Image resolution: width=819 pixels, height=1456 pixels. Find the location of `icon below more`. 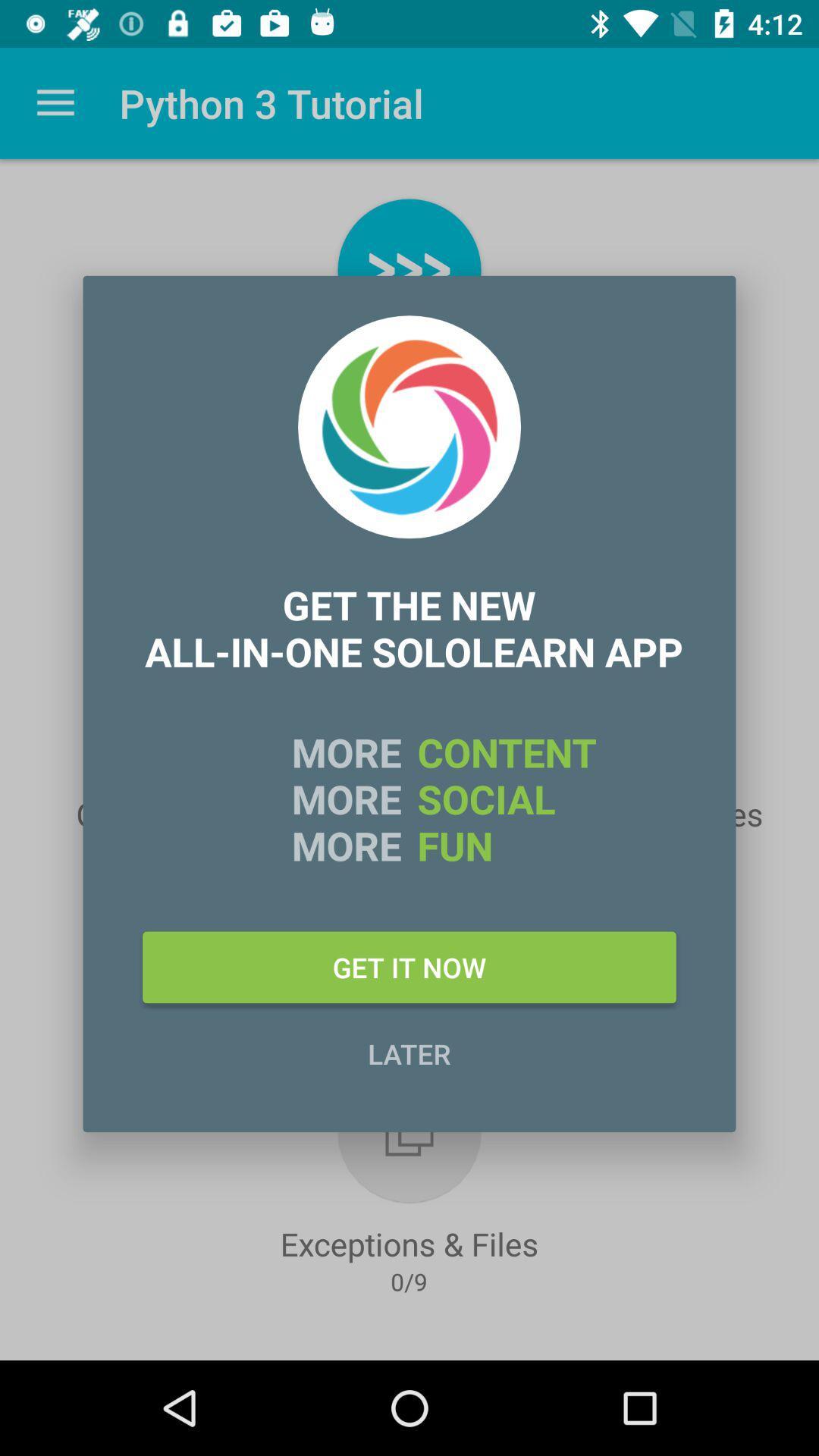

icon below more is located at coordinates (409, 966).